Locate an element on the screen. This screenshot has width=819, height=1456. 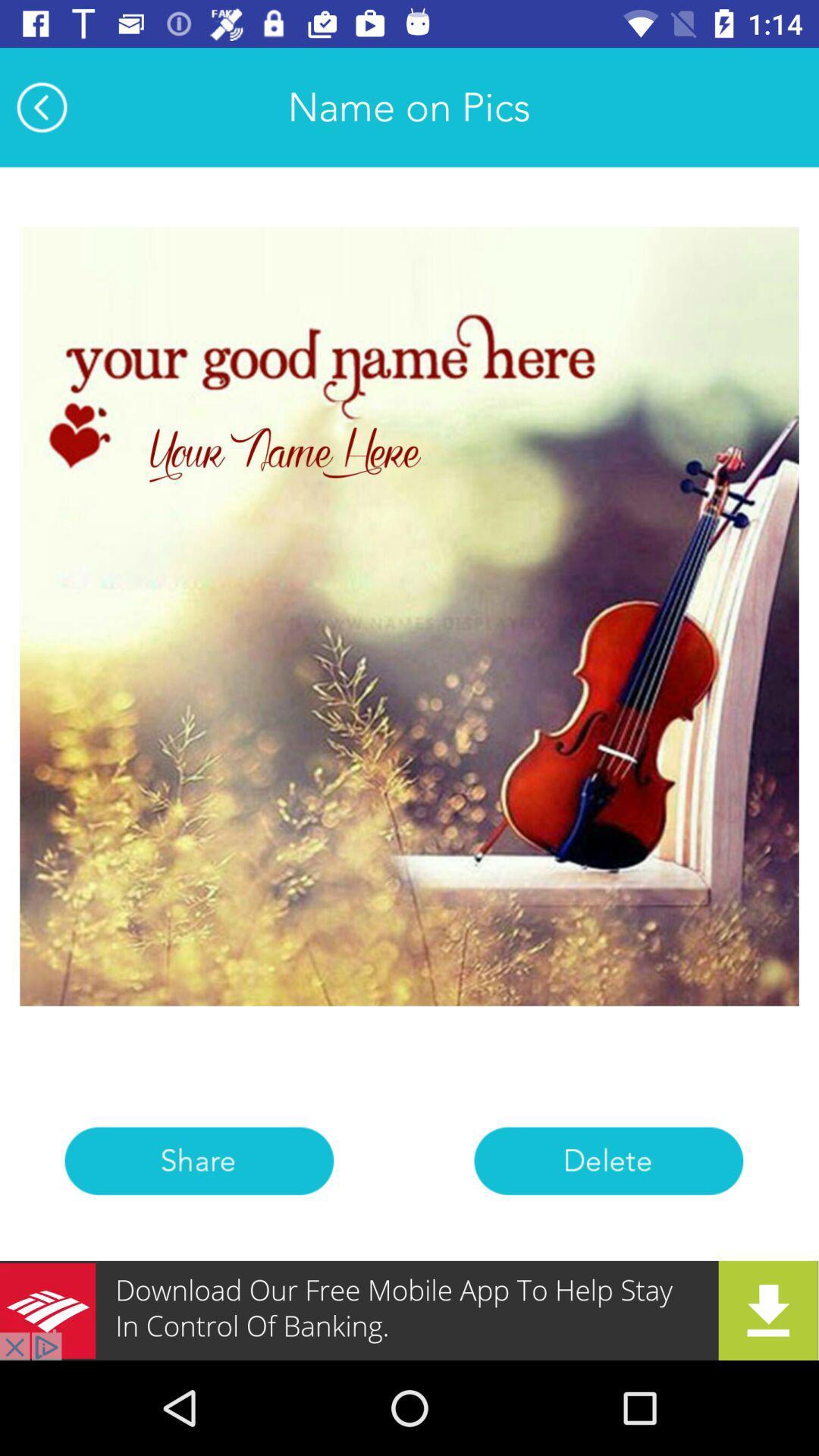
open bank of america app page is located at coordinates (409, 1310).